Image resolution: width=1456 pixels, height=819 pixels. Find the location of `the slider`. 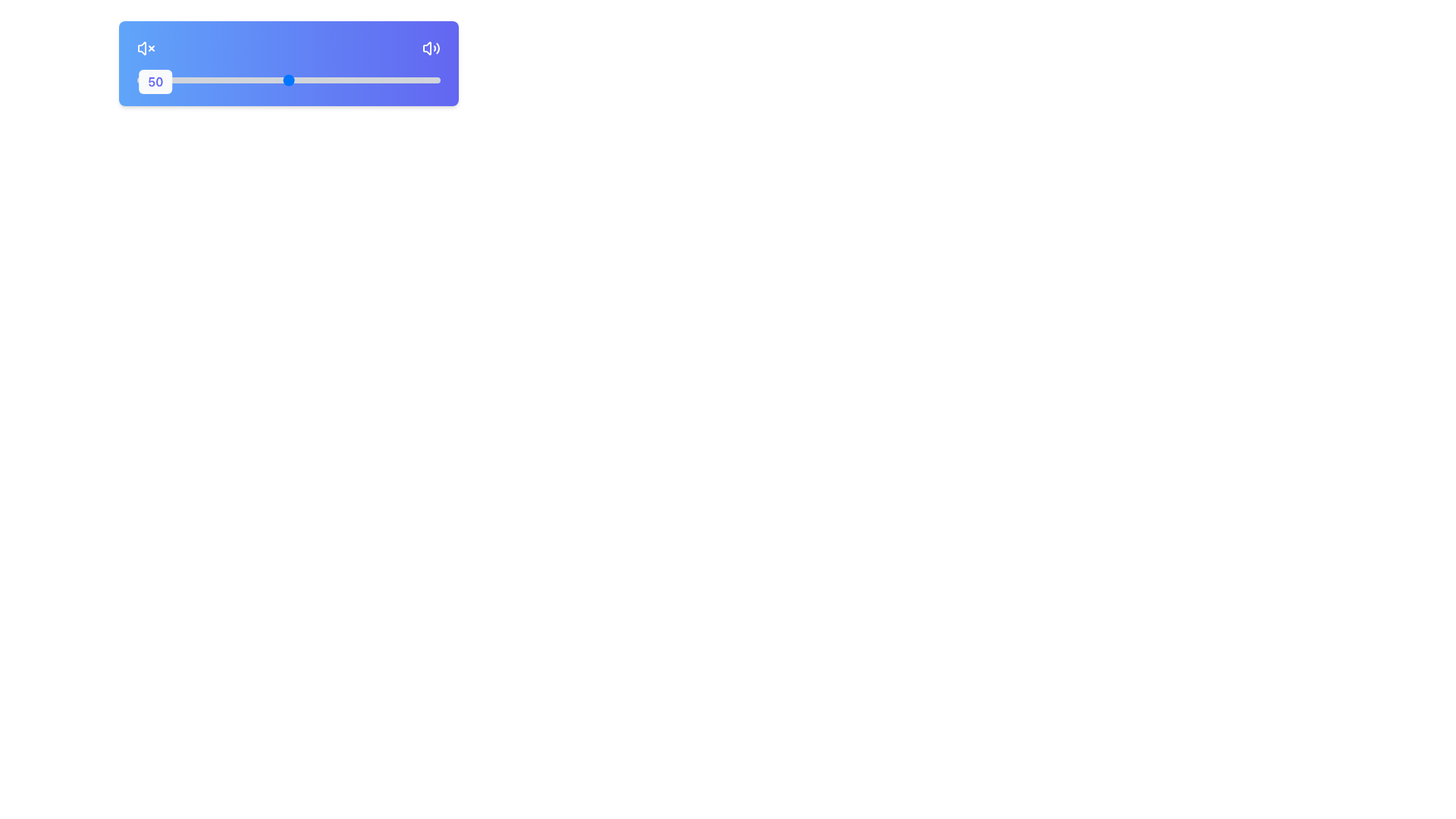

the slider is located at coordinates (416, 80).